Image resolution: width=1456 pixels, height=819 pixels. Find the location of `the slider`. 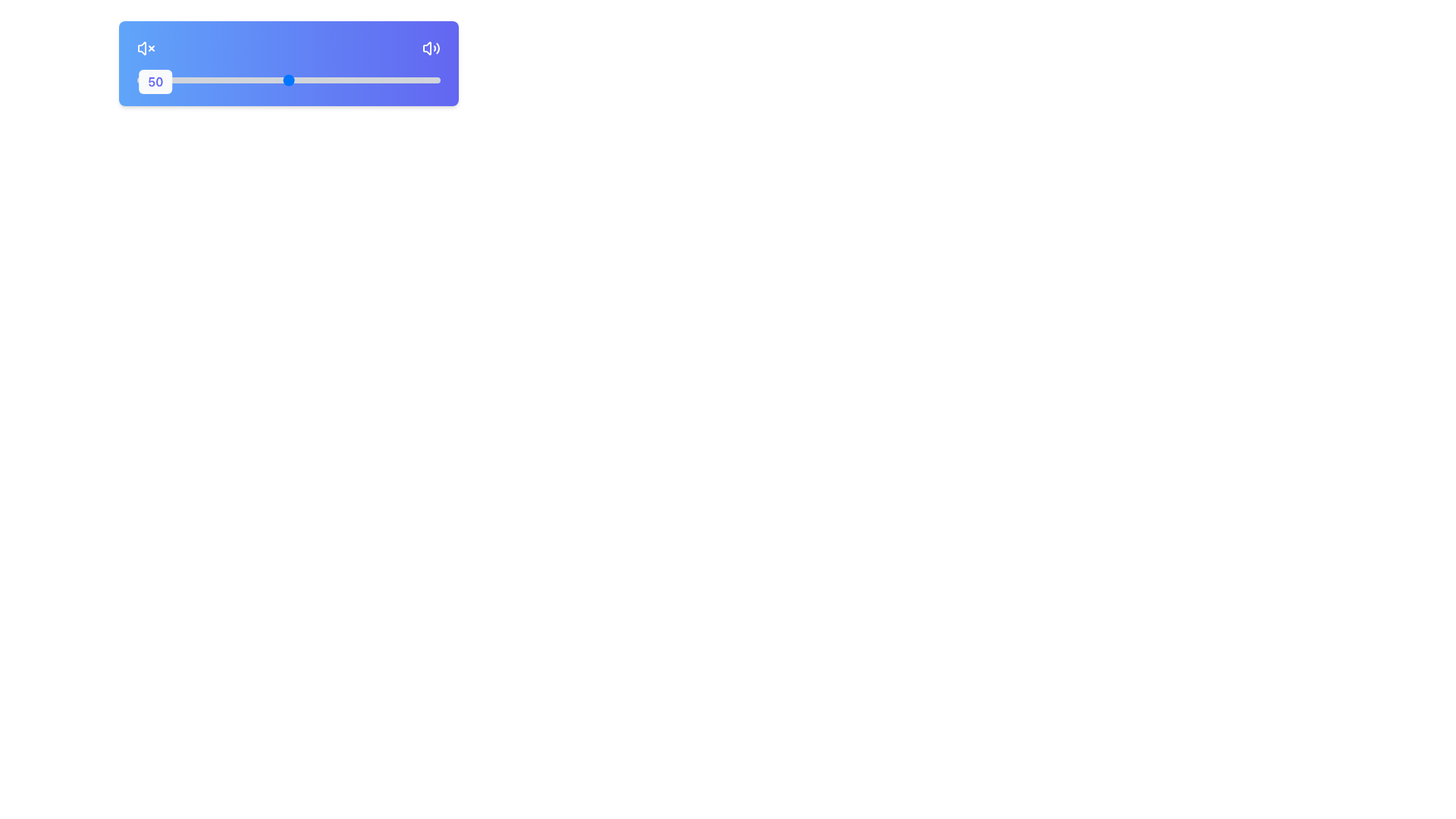

the slider is located at coordinates (416, 80).